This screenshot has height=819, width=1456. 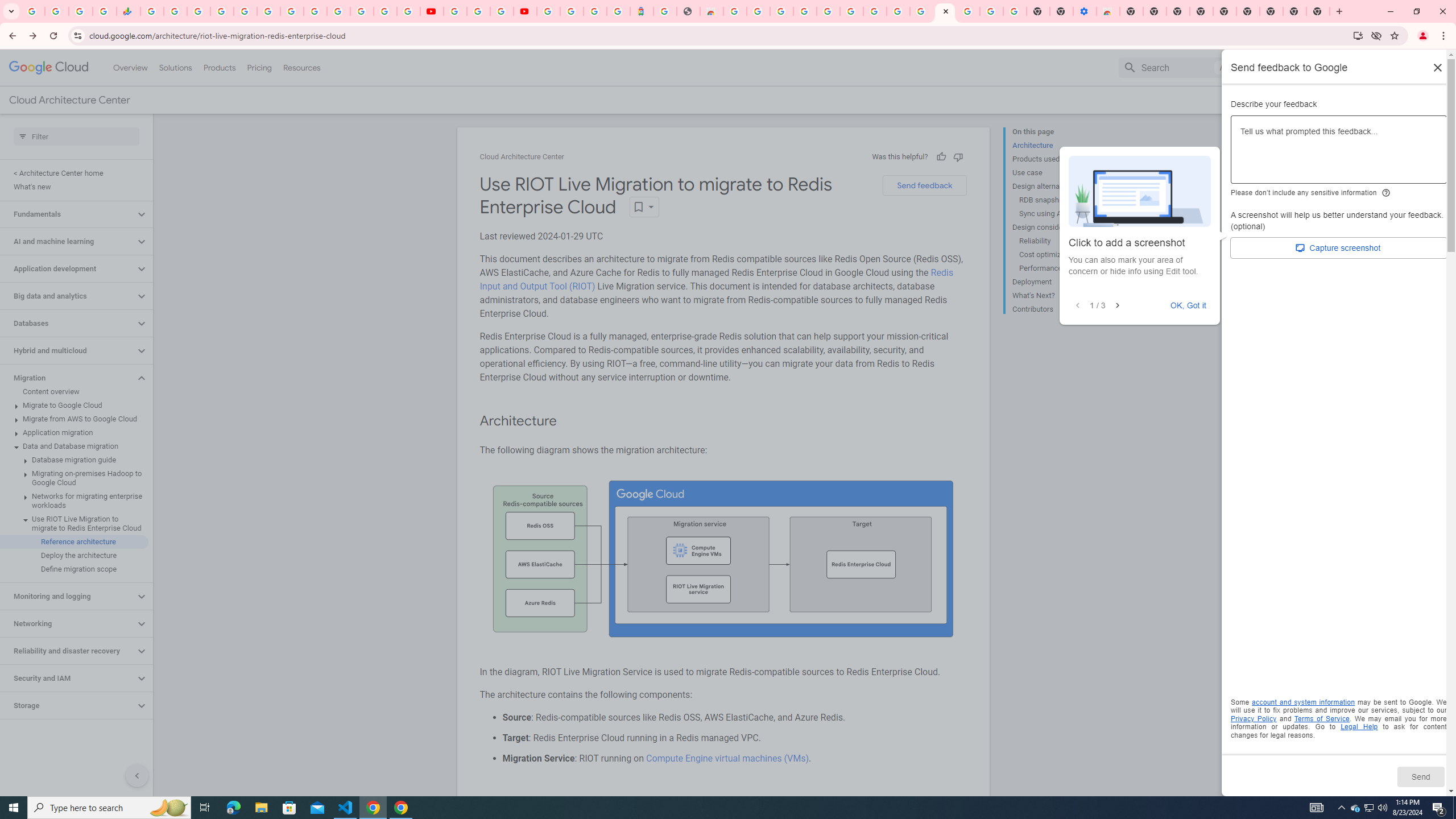 What do you see at coordinates (1062, 241) in the screenshot?
I see `'Reliability'` at bounding box center [1062, 241].